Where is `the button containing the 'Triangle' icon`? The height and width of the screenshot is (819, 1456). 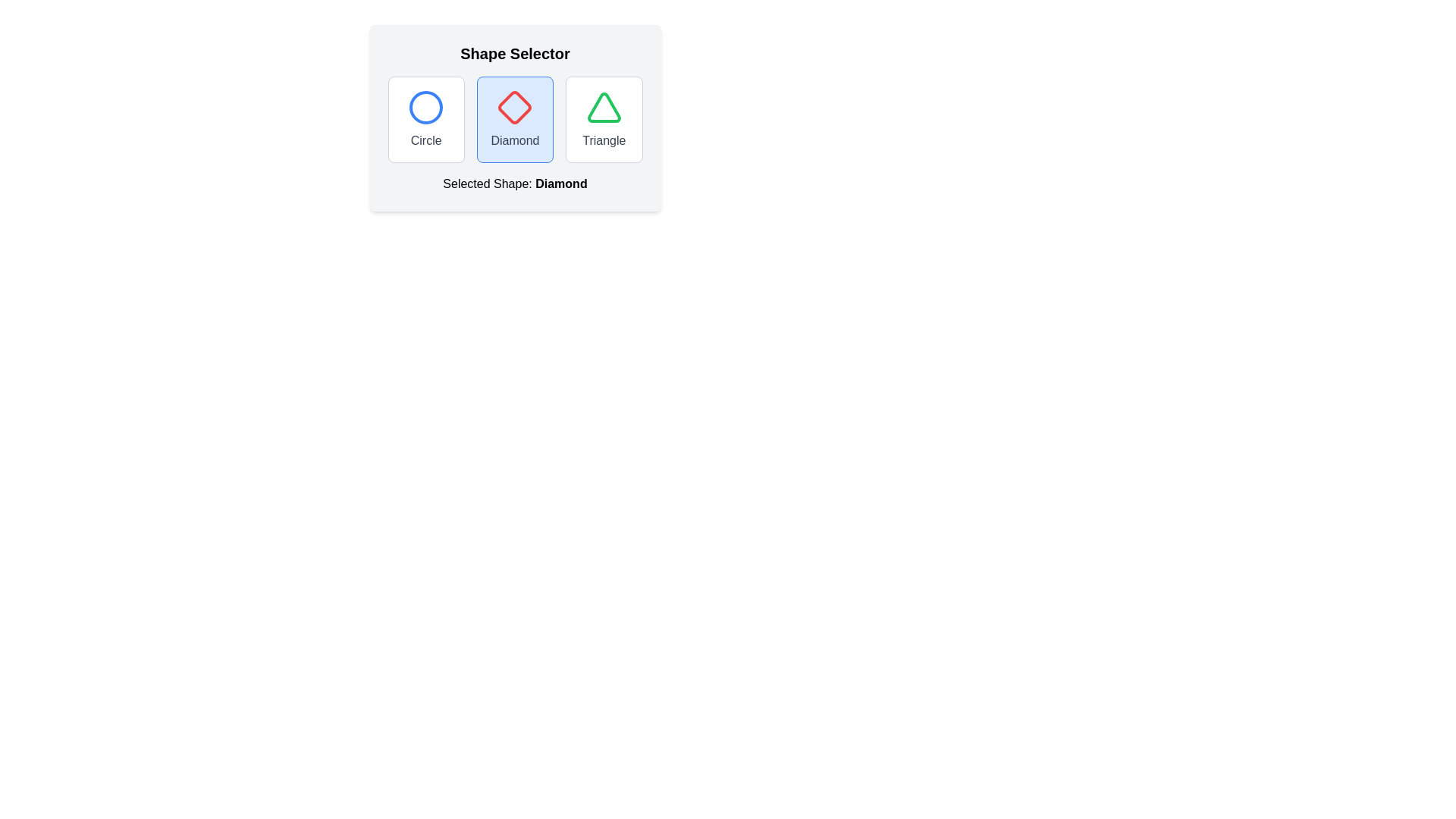
the button containing the 'Triangle' icon is located at coordinates (603, 107).